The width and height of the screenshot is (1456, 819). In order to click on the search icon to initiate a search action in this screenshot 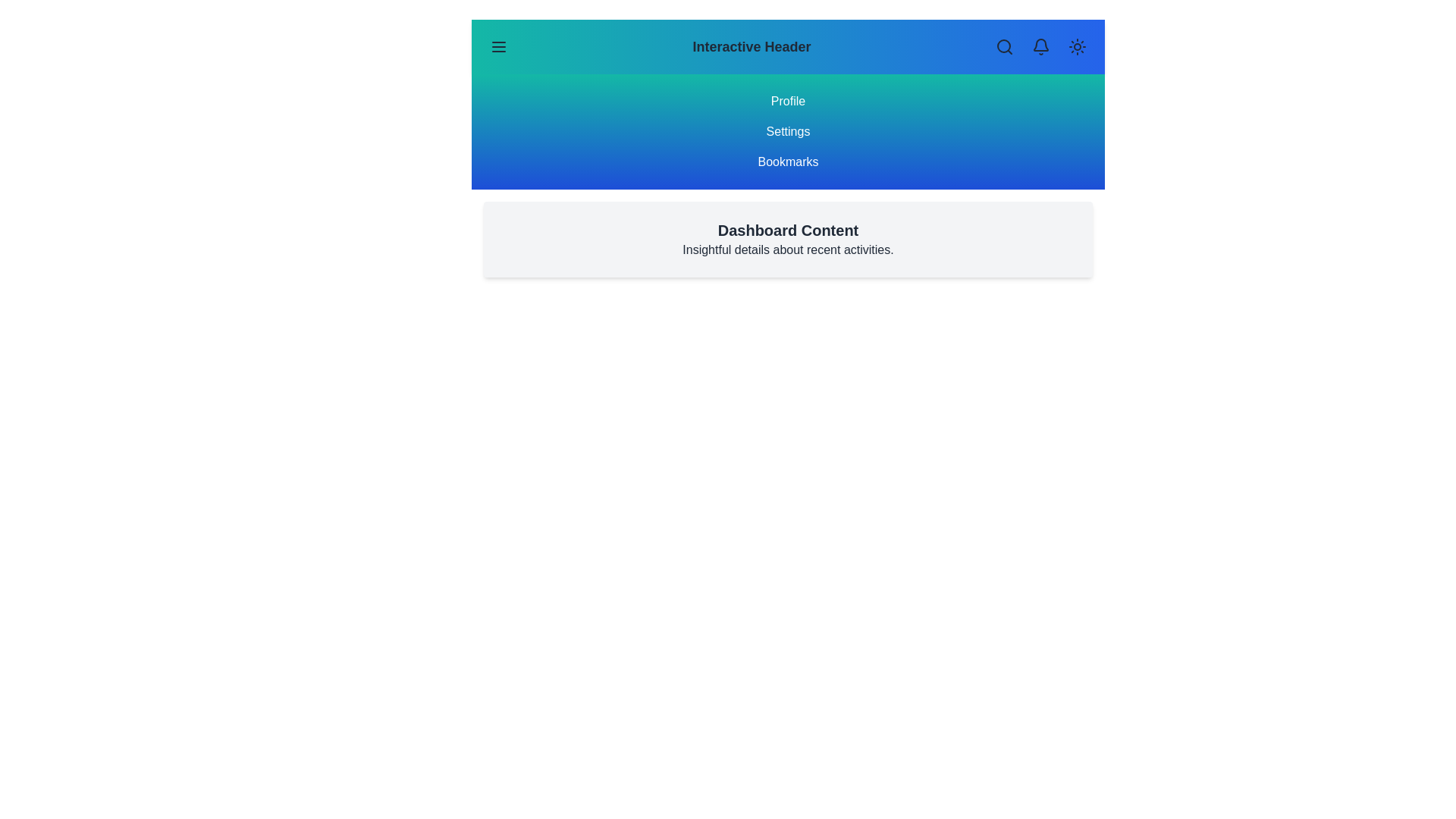, I will do `click(1004, 45)`.